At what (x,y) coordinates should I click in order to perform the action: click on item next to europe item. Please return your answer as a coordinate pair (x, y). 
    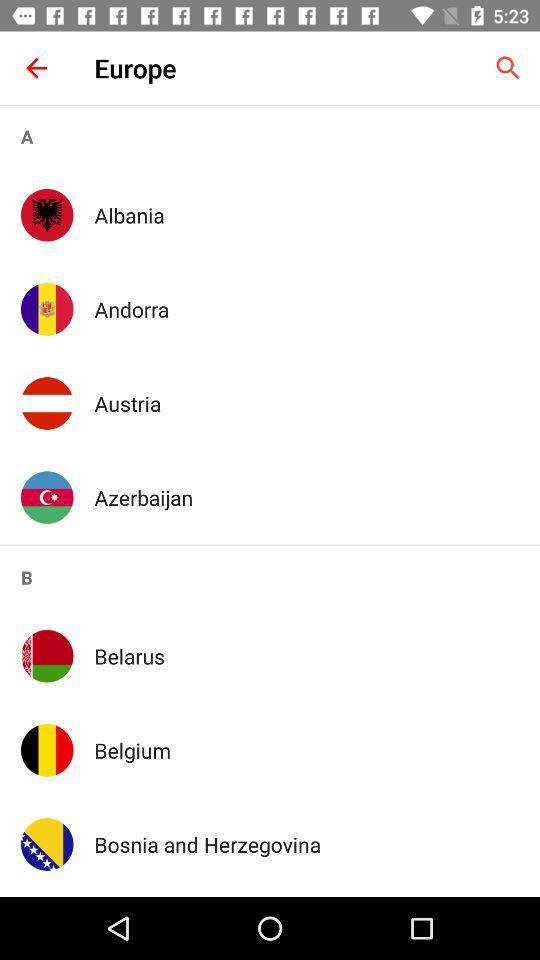
    Looking at the image, I should click on (36, 68).